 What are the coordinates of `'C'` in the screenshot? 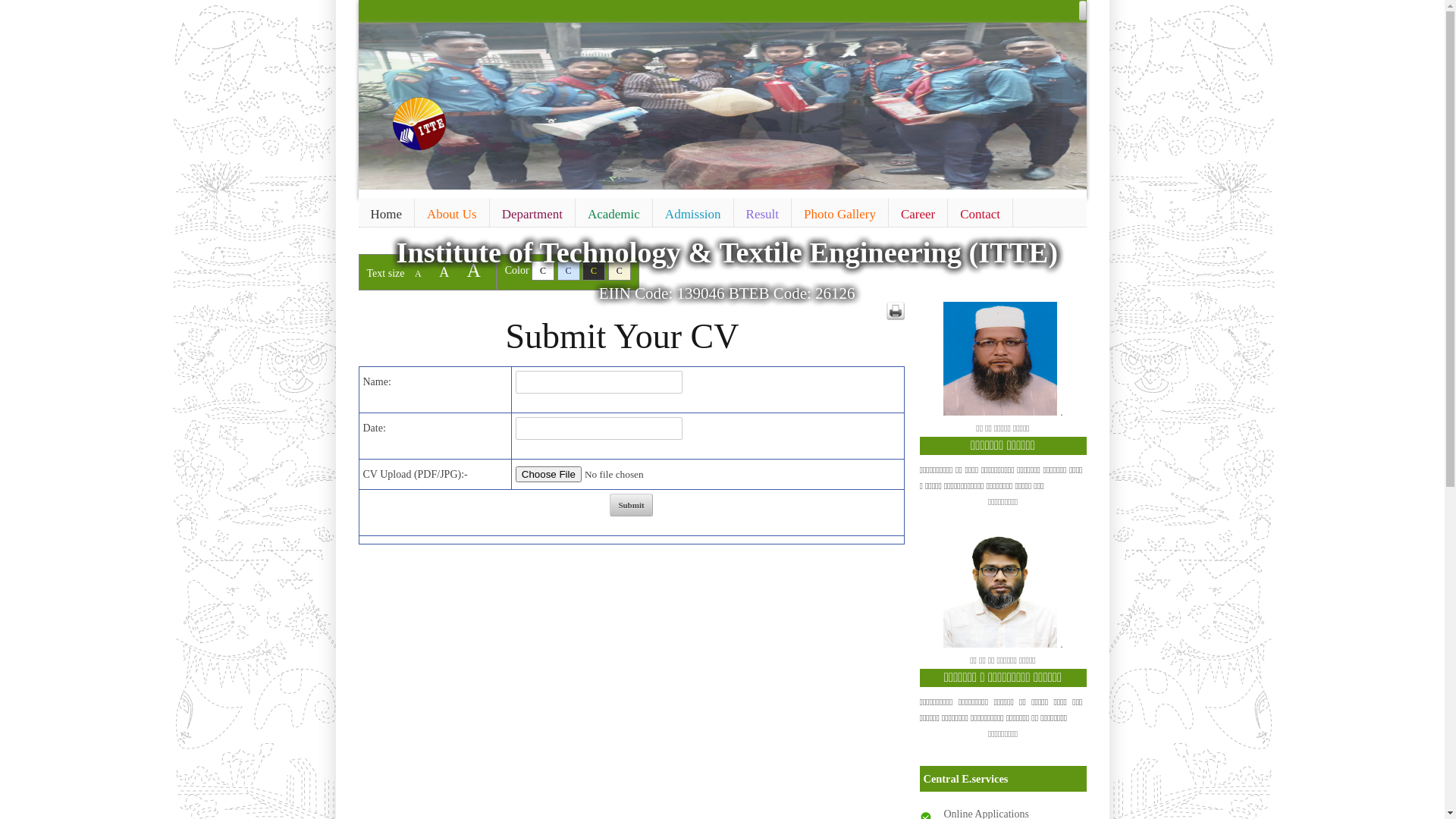 It's located at (542, 270).